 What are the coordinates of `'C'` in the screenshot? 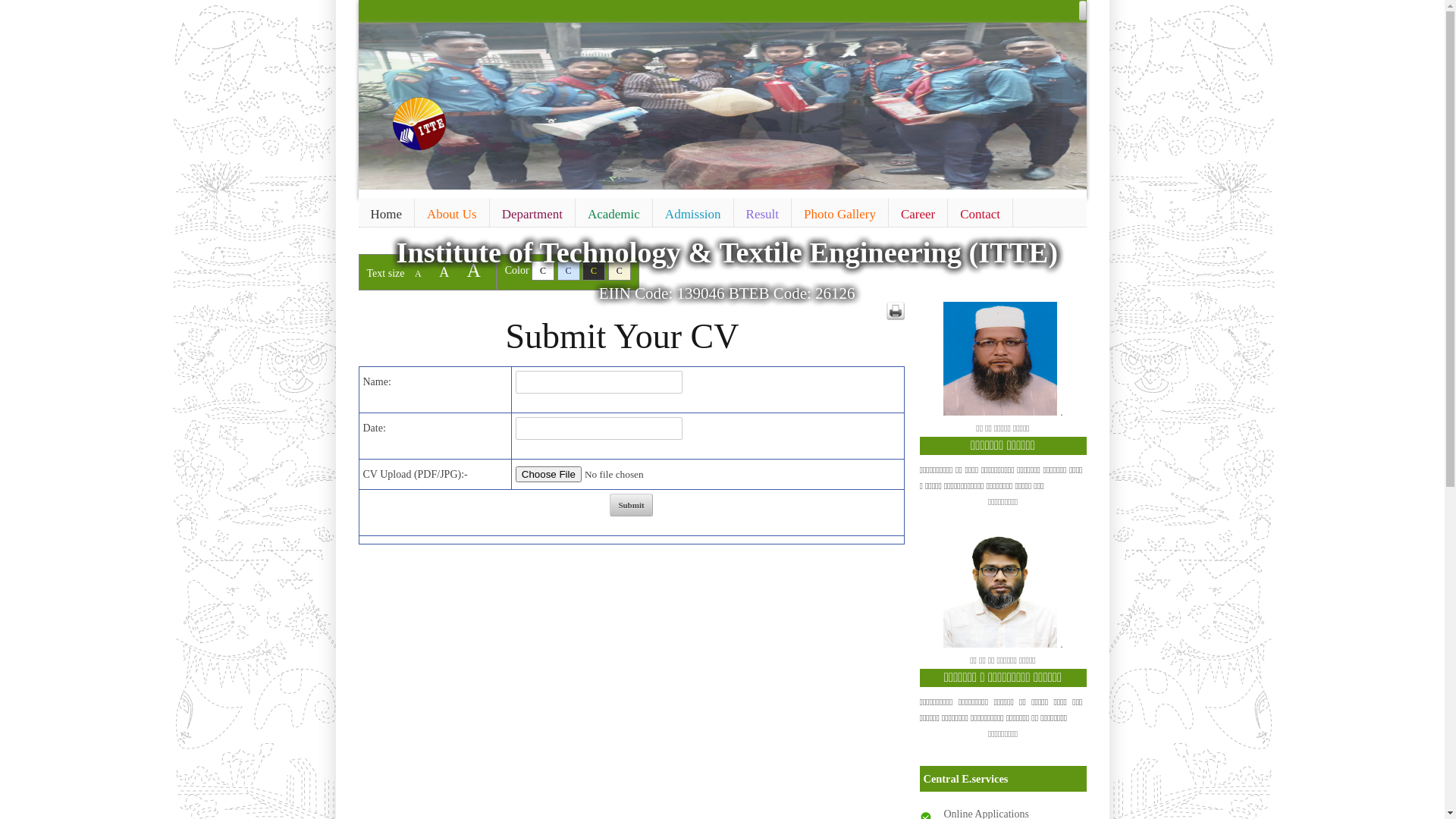 It's located at (542, 270).